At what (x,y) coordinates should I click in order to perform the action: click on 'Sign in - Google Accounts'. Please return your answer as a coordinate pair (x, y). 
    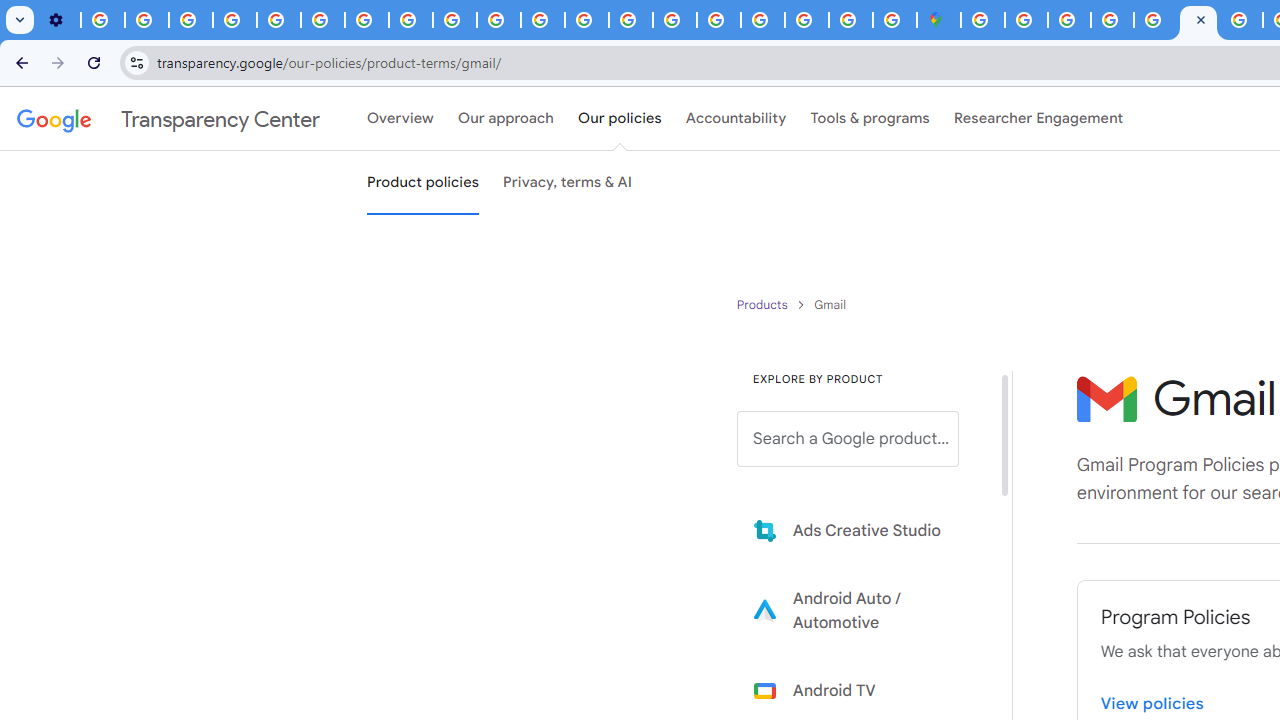
    Looking at the image, I should click on (1026, 20).